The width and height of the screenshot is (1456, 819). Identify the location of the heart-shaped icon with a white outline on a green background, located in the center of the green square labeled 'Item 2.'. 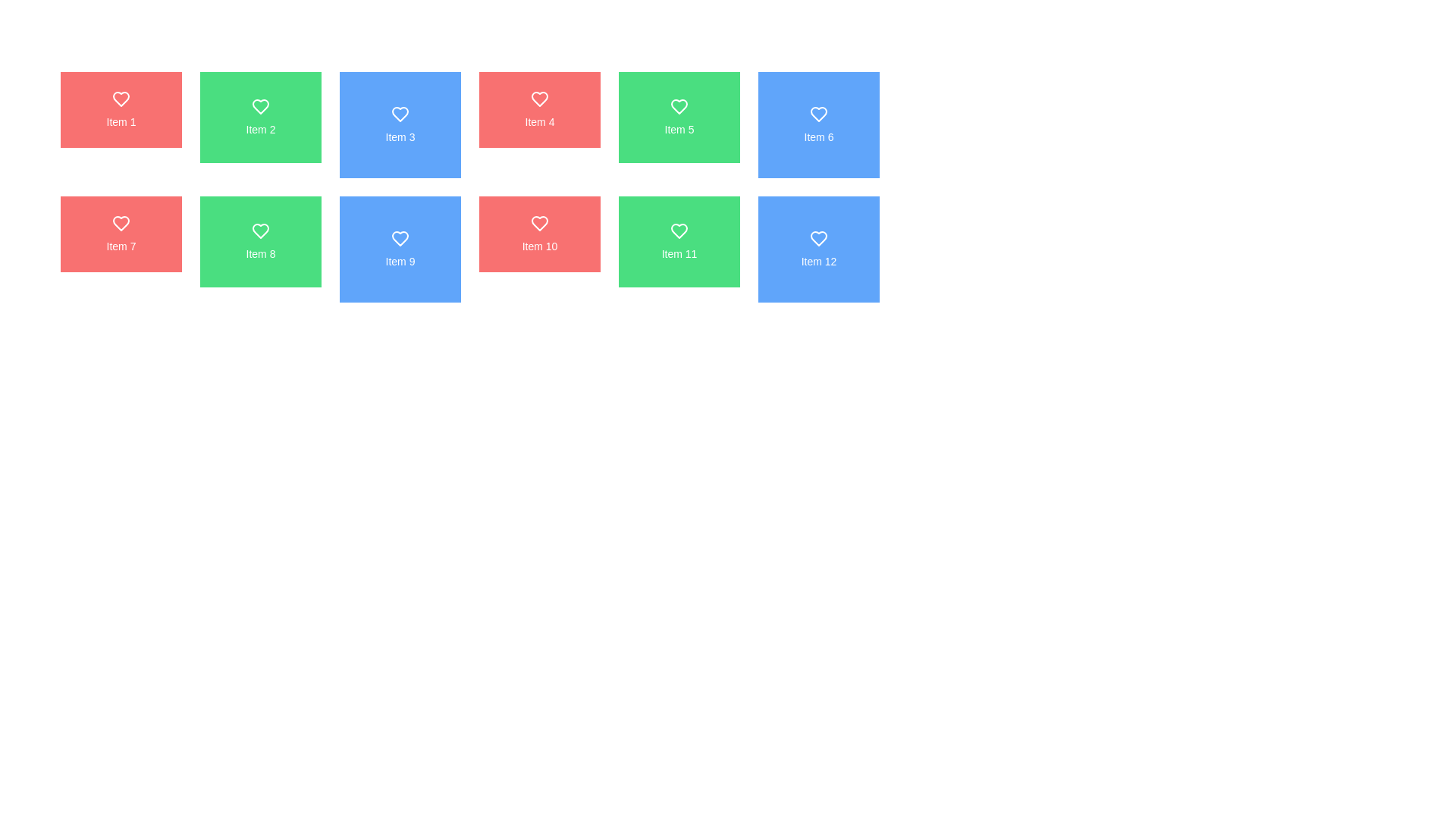
(261, 106).